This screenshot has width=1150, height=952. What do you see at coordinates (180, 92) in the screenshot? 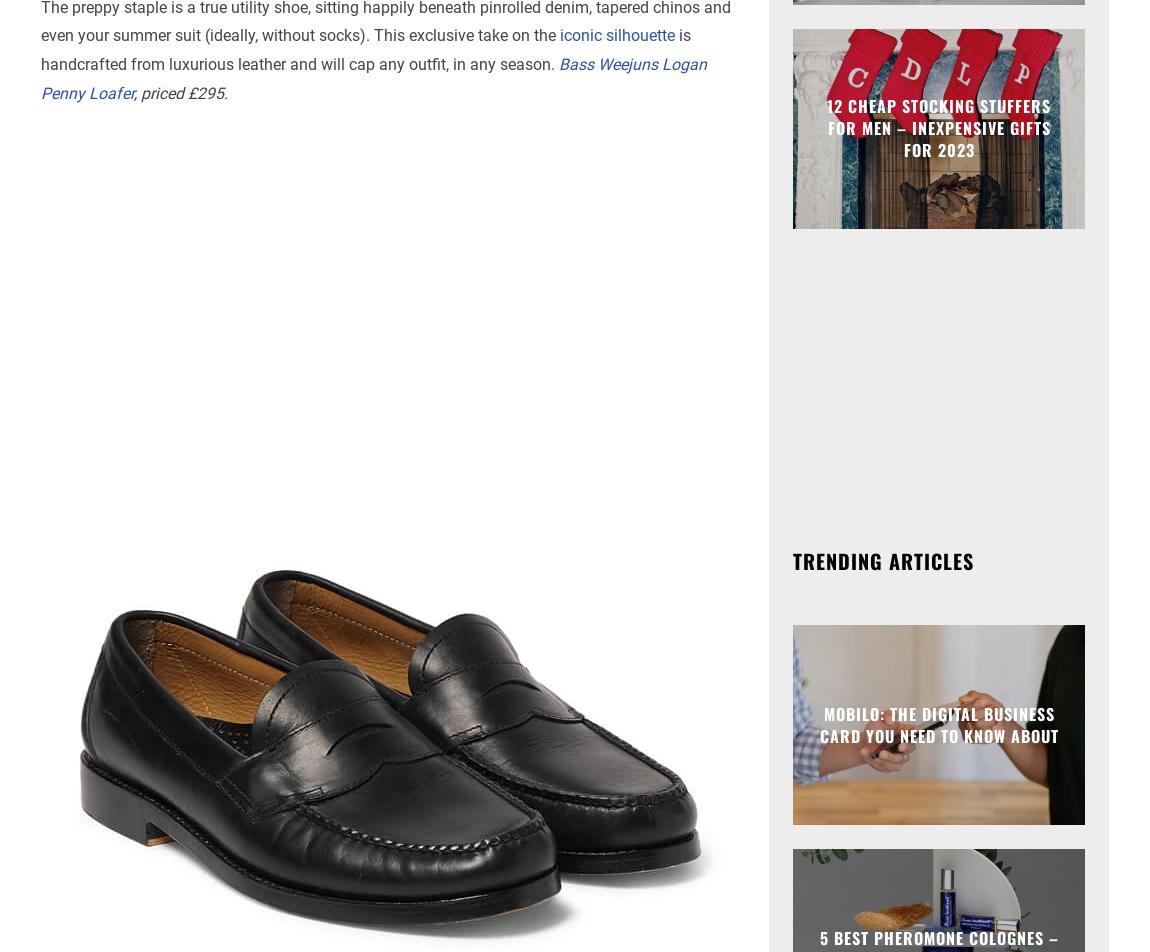
I see `', priced £295.'` at bounding box center [180, 92].